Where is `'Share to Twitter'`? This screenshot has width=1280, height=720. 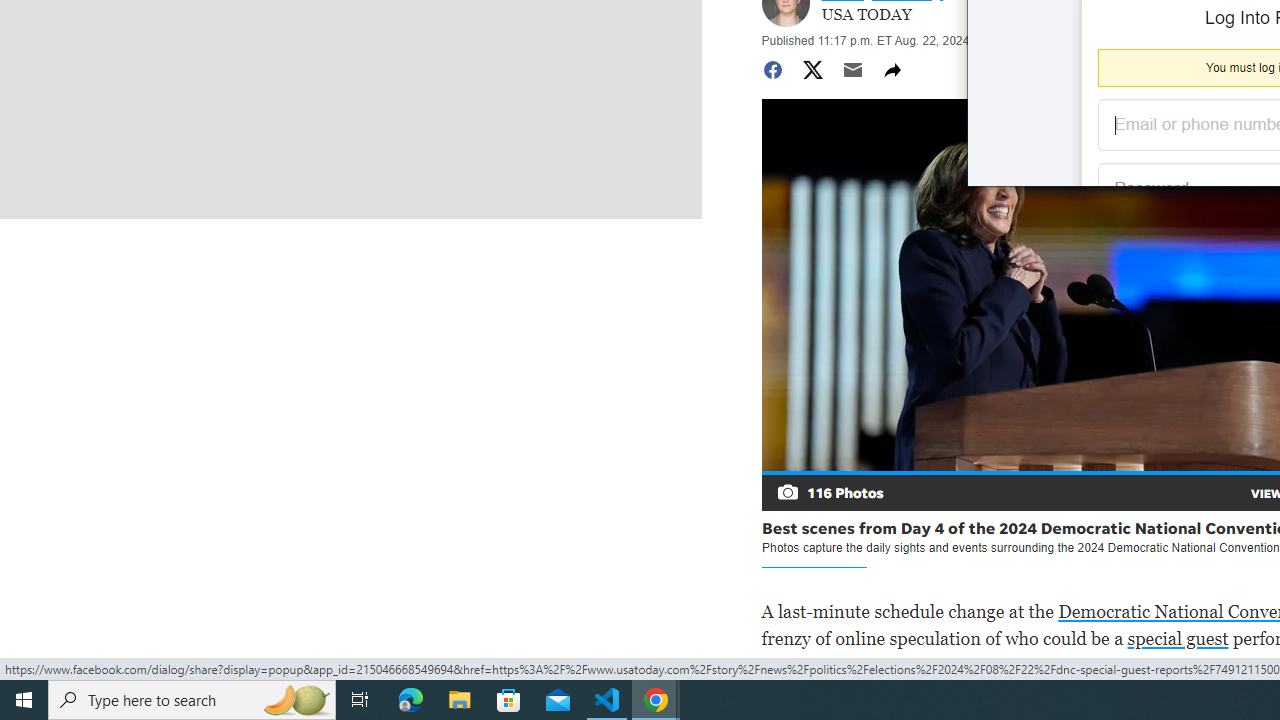 'Share to Twitter' is located at coordinates (812, 68).